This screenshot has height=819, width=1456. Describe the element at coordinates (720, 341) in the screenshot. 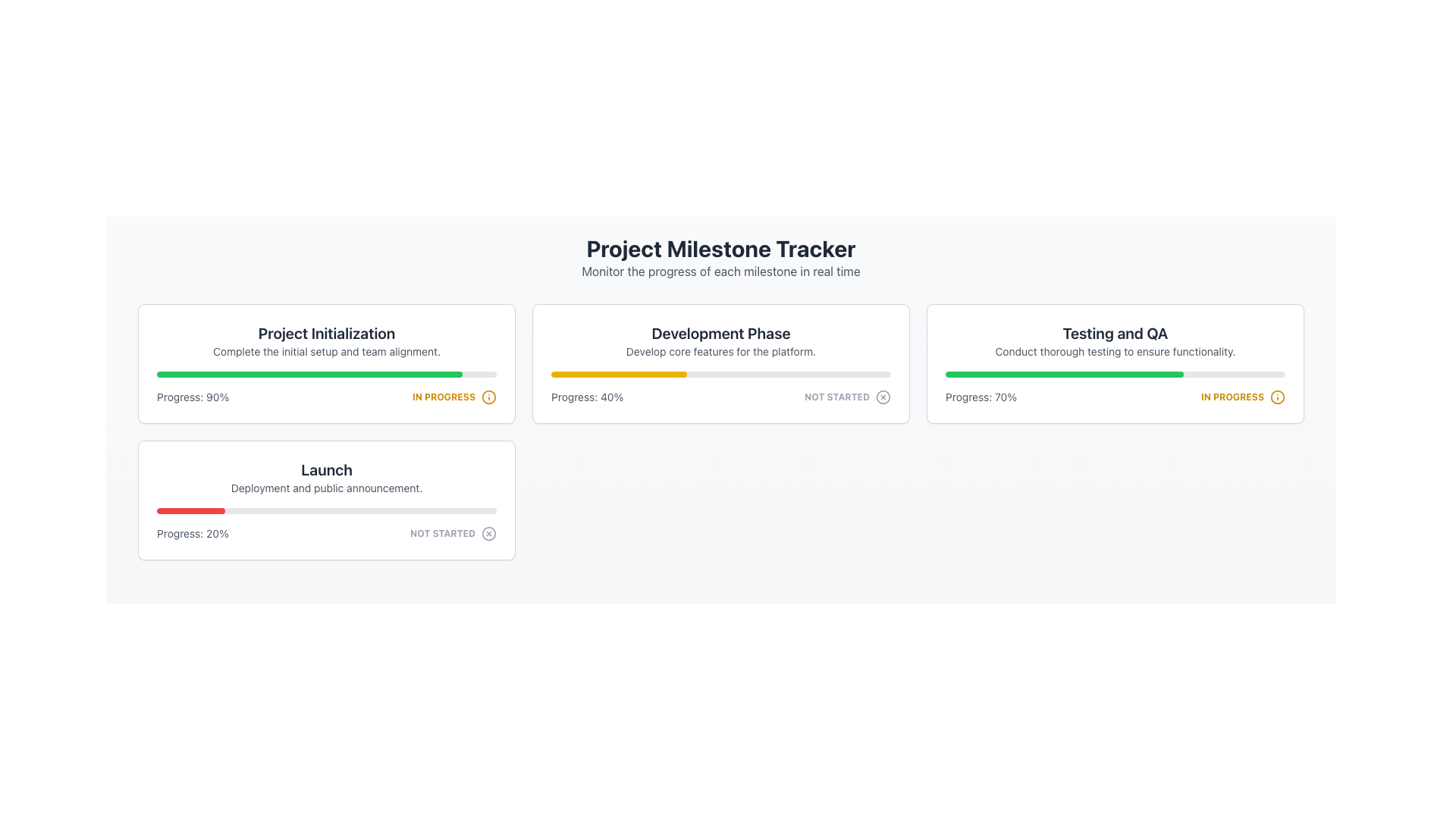

I see `text content located at the top of the central milestone card in the 2x2 grid layout, which provides the phase name and a short explanation of its purpose` at that location.